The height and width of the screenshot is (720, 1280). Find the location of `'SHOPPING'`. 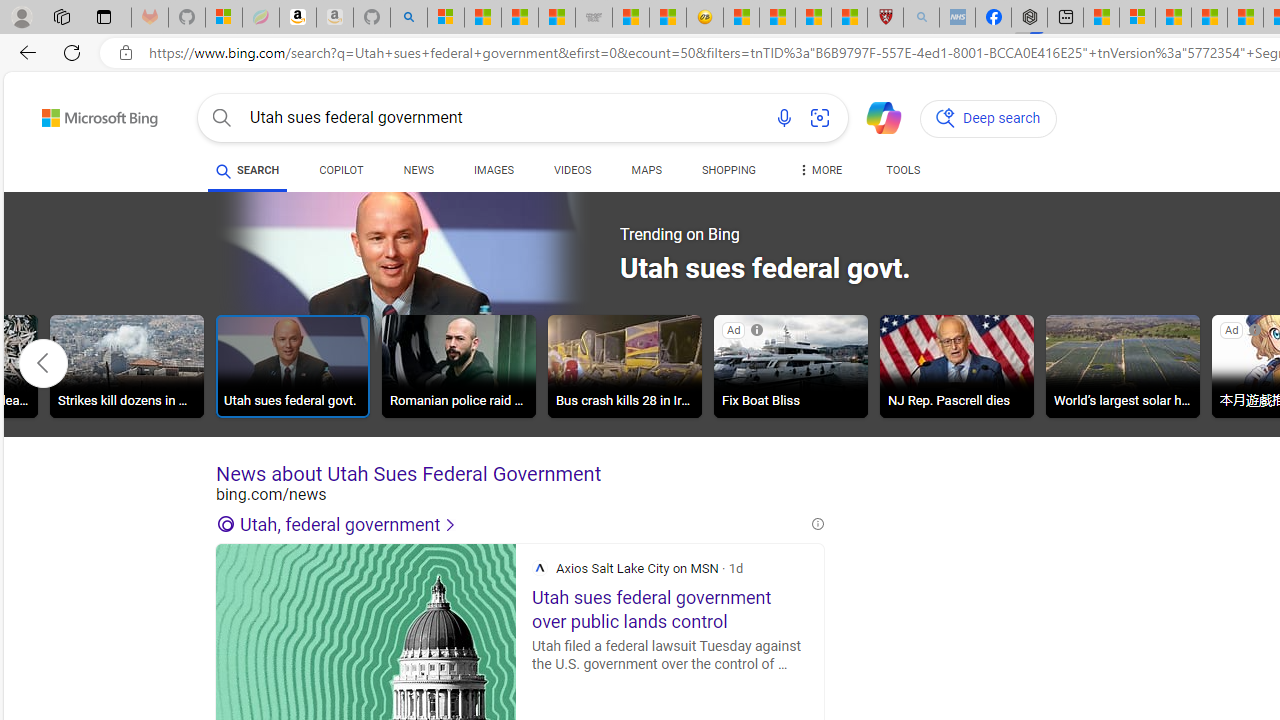

'SHOPPING' is located at coordinates (727, 172).